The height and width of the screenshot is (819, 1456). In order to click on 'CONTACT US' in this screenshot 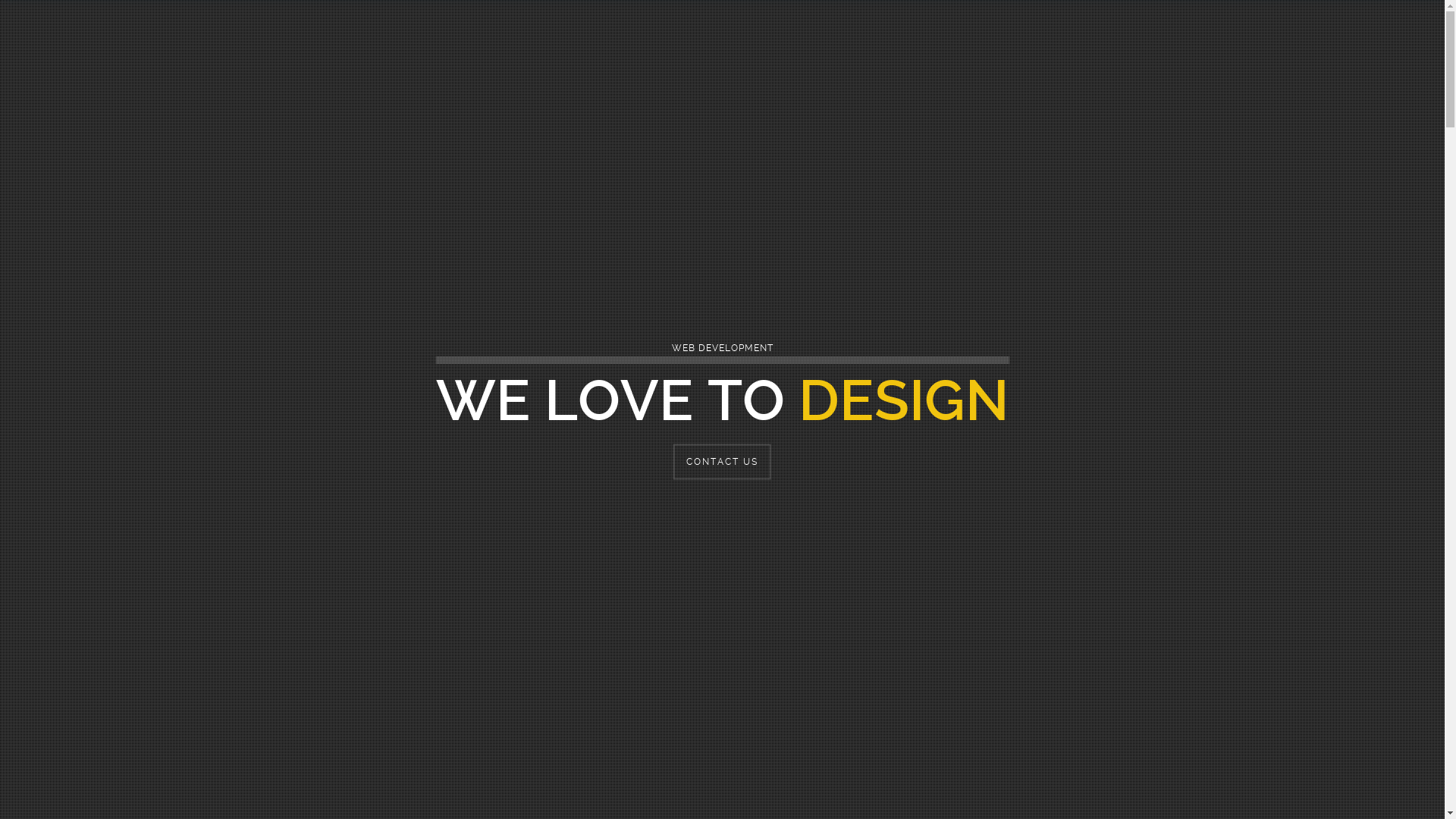, I will do `click(721, 461)`.